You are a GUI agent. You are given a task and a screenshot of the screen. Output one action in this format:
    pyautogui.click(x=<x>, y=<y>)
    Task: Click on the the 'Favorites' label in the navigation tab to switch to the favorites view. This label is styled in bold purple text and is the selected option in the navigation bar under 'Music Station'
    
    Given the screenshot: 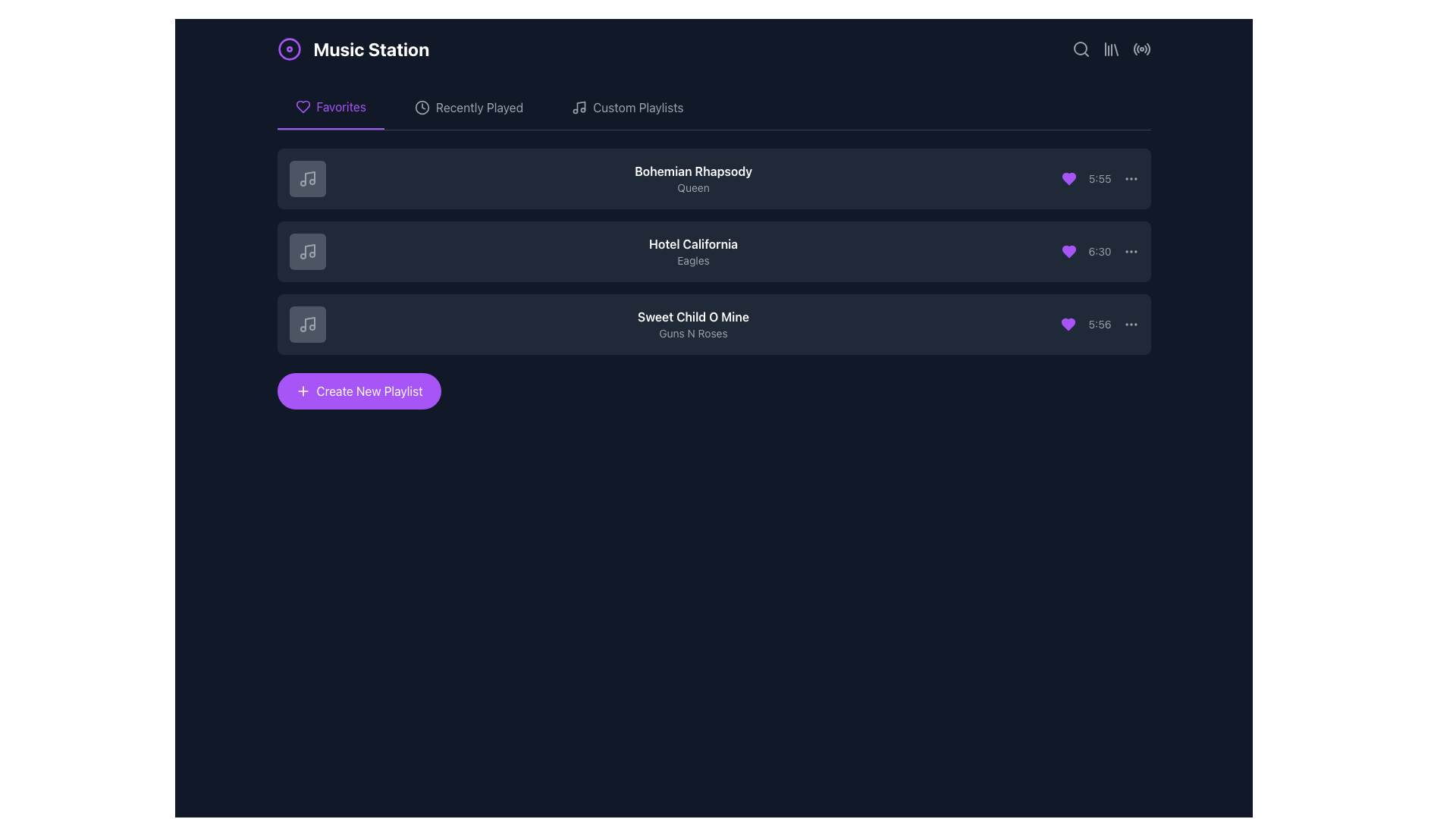 What is the action you would take?
    pyautogui.click(x=340, y=106)
    